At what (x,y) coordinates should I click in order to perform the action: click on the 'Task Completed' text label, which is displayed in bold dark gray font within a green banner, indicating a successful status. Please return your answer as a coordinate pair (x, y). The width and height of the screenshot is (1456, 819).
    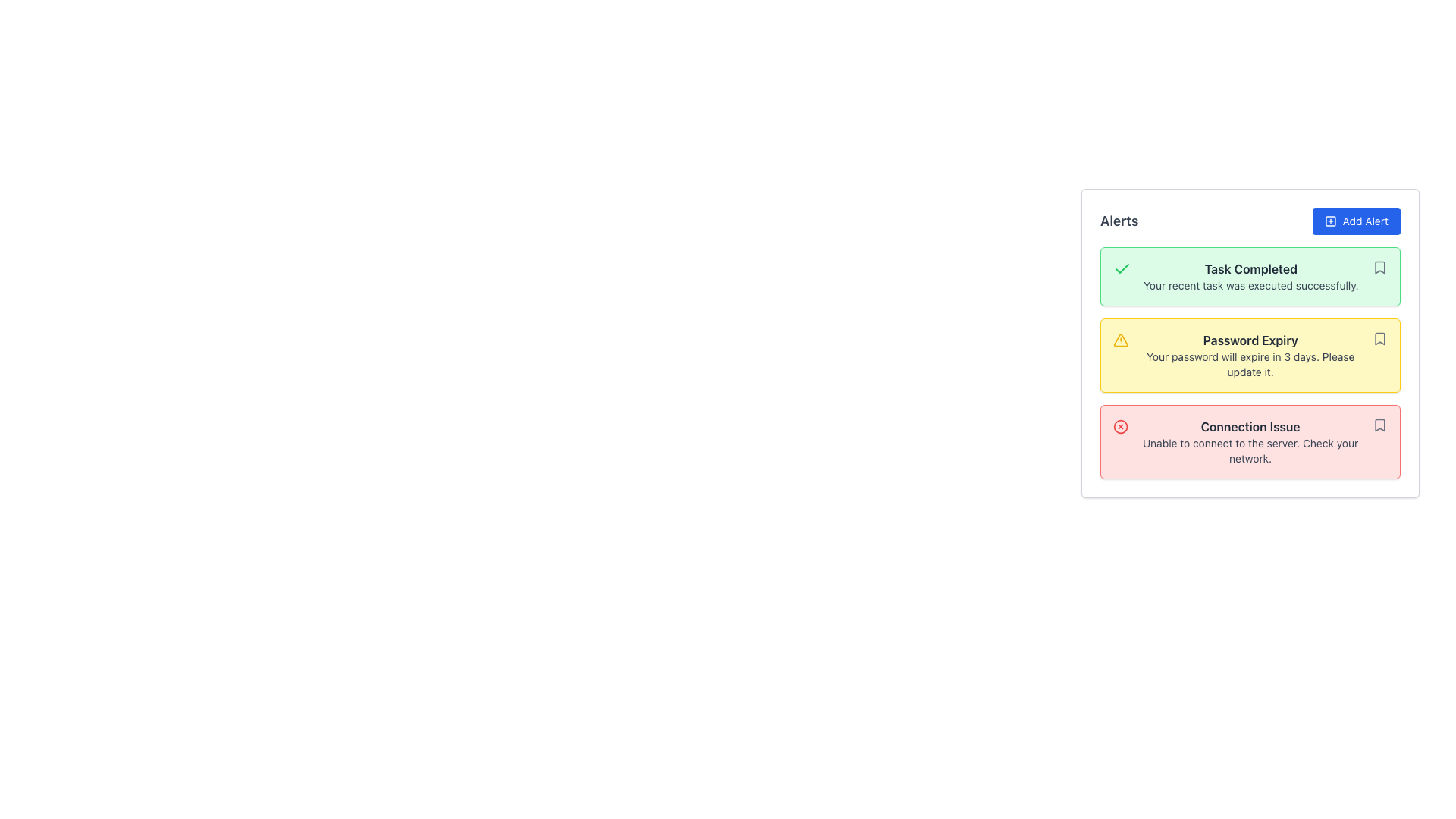
    Looking at the image, I should click on (1250, 268).